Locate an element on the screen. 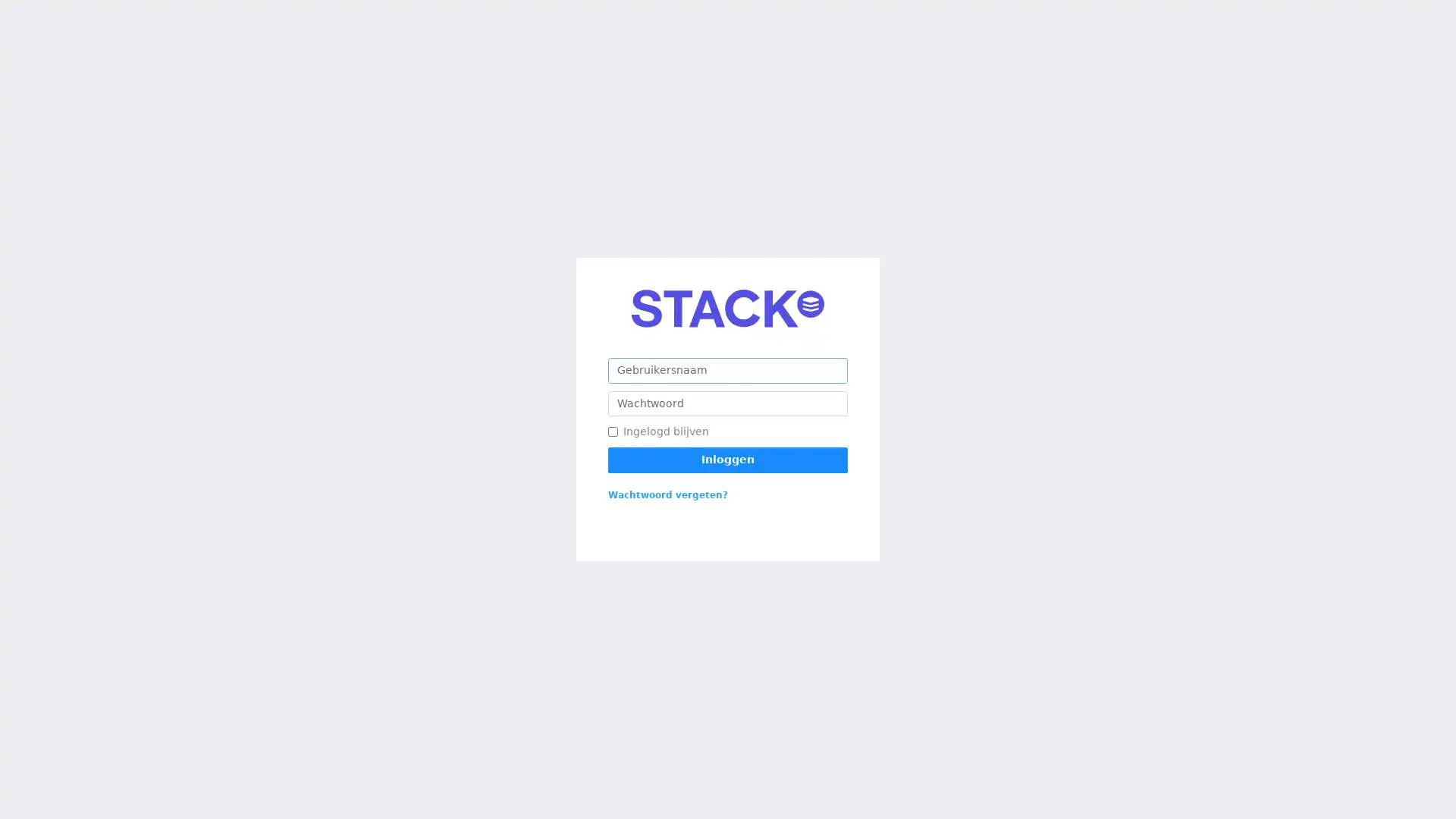  Inloggen is located at coordinates (728, 459).